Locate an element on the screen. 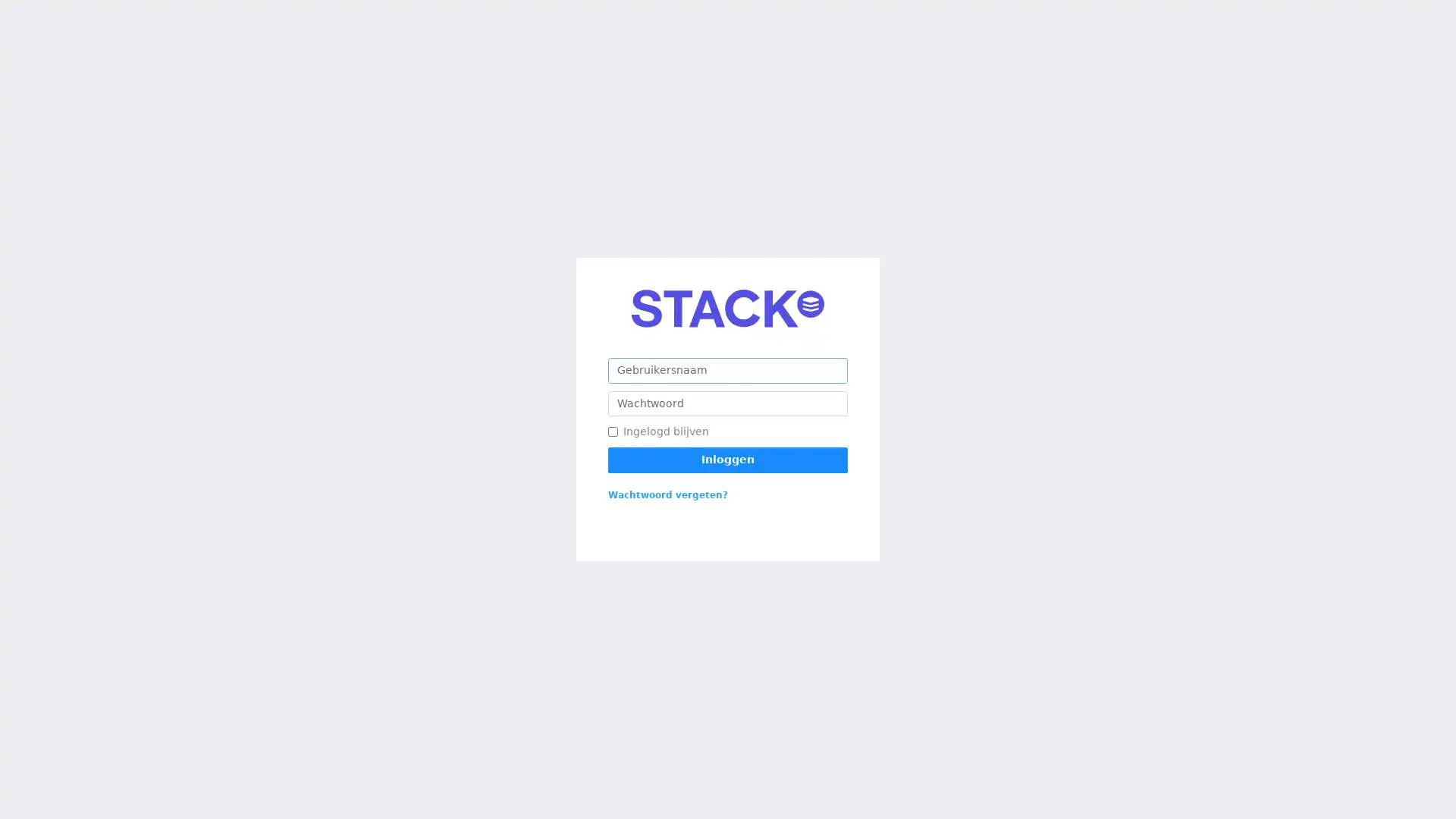  Inloggen is located at coordinates (728, 459).